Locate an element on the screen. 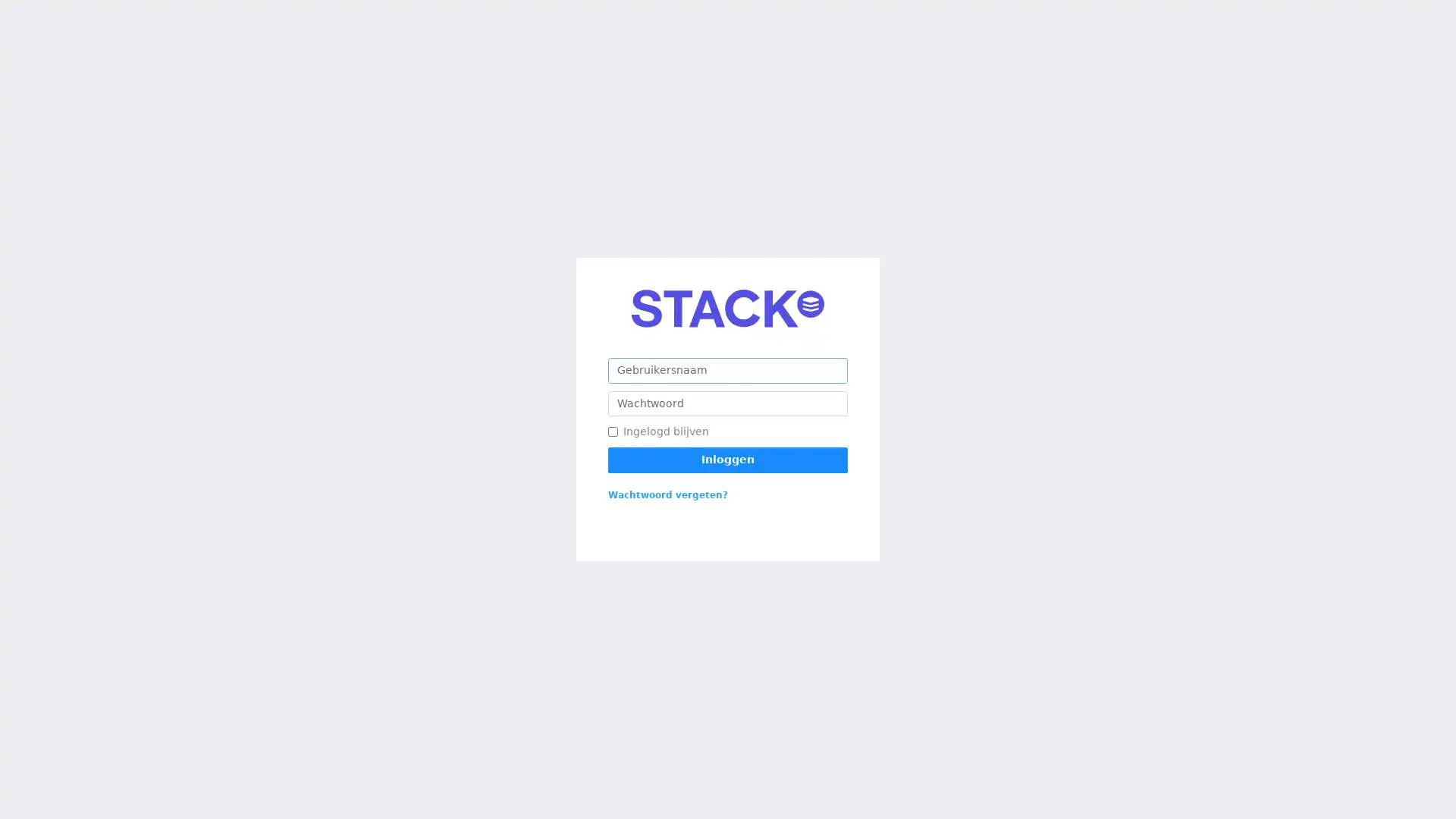  Inloggen is located at coordinates (728, 459).